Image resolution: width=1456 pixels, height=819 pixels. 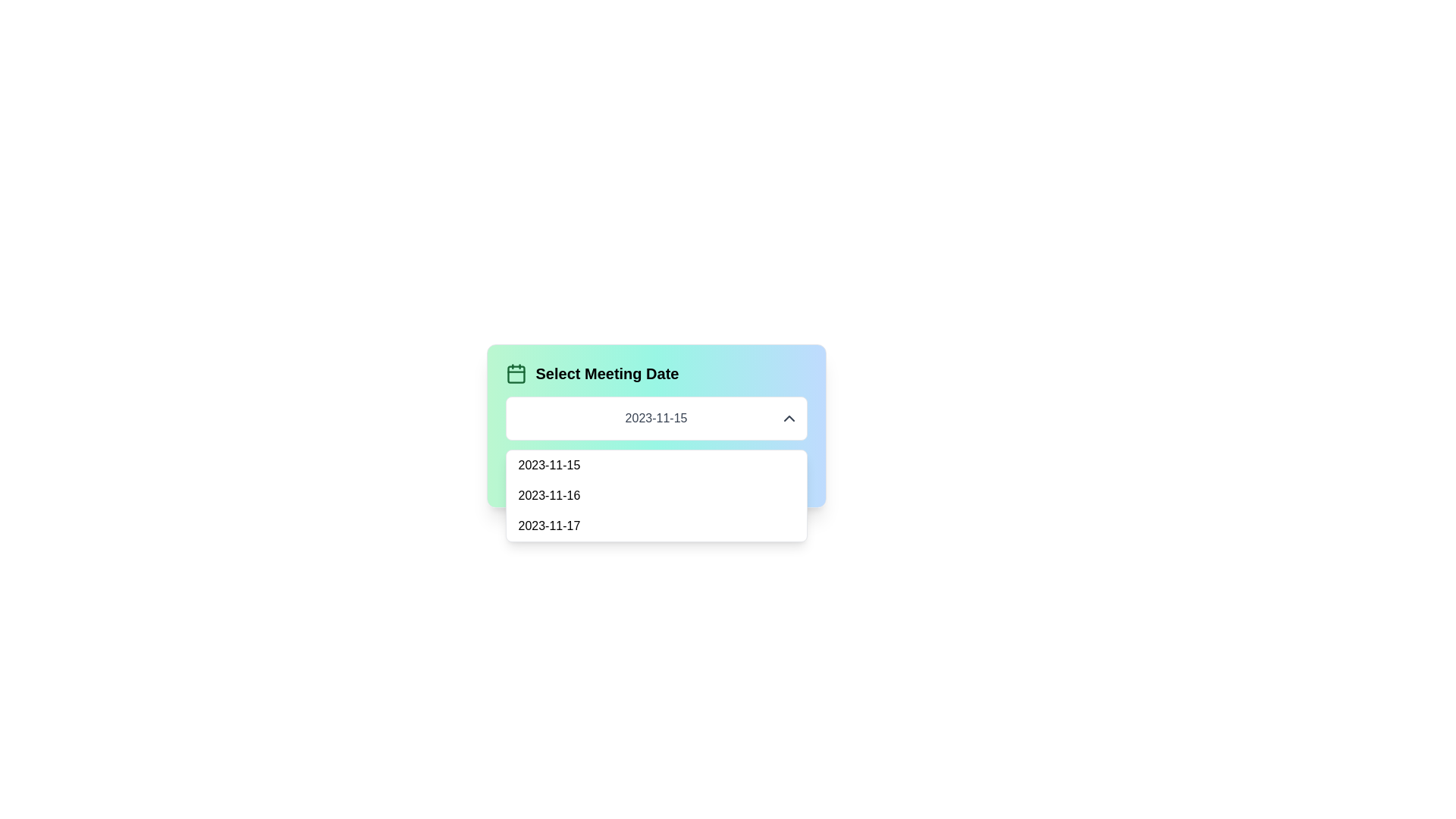 What do you see at coordinates (516, 375) in the screenshot?
I see `the green rectangular icon with rounded corners in the central area of the calendar icon` at bounding box center [516, 375].